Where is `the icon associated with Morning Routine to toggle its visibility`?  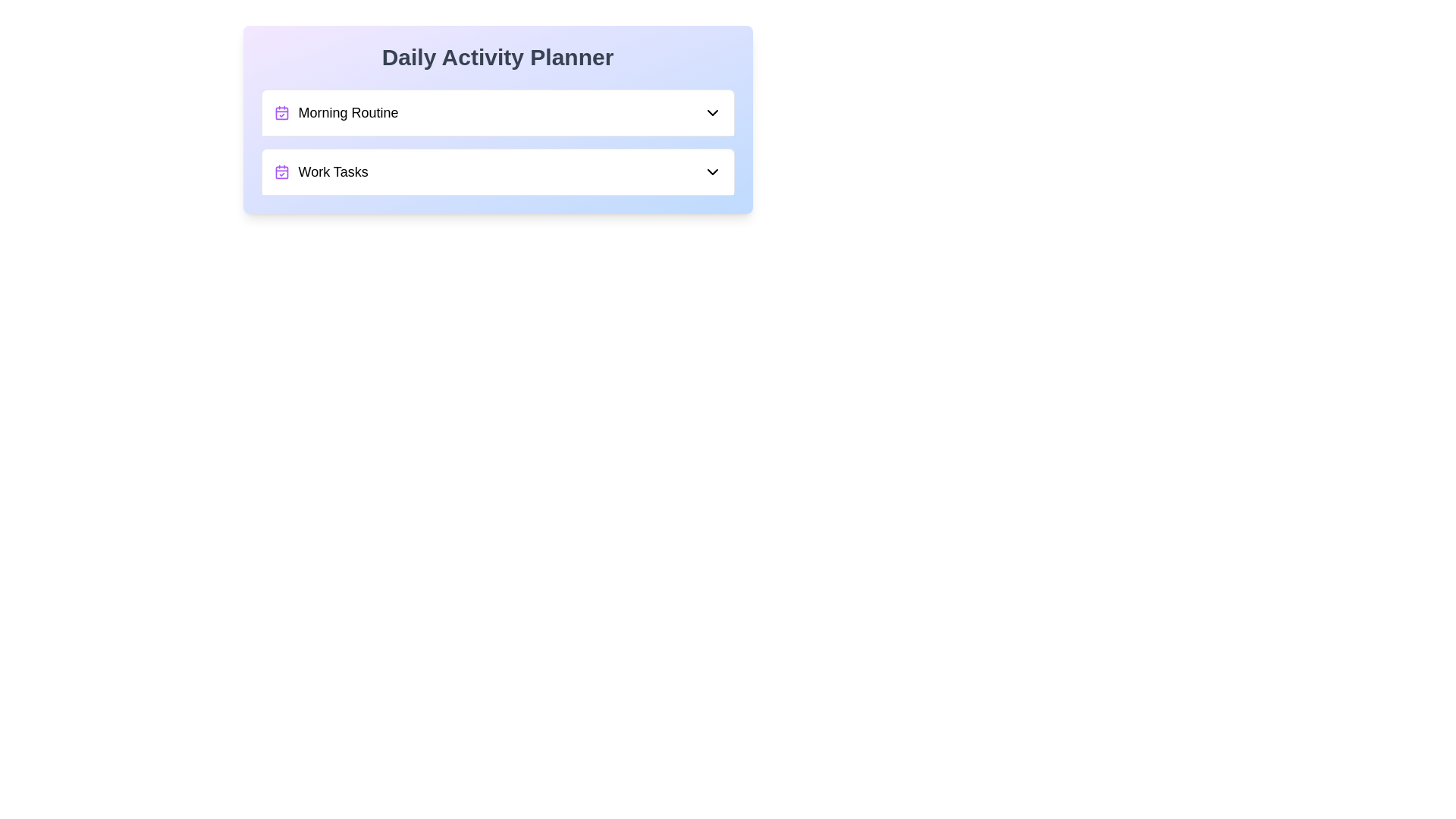
the icon associated with Morning Routine to toggle its visibility is located at coordinates (281, 112).